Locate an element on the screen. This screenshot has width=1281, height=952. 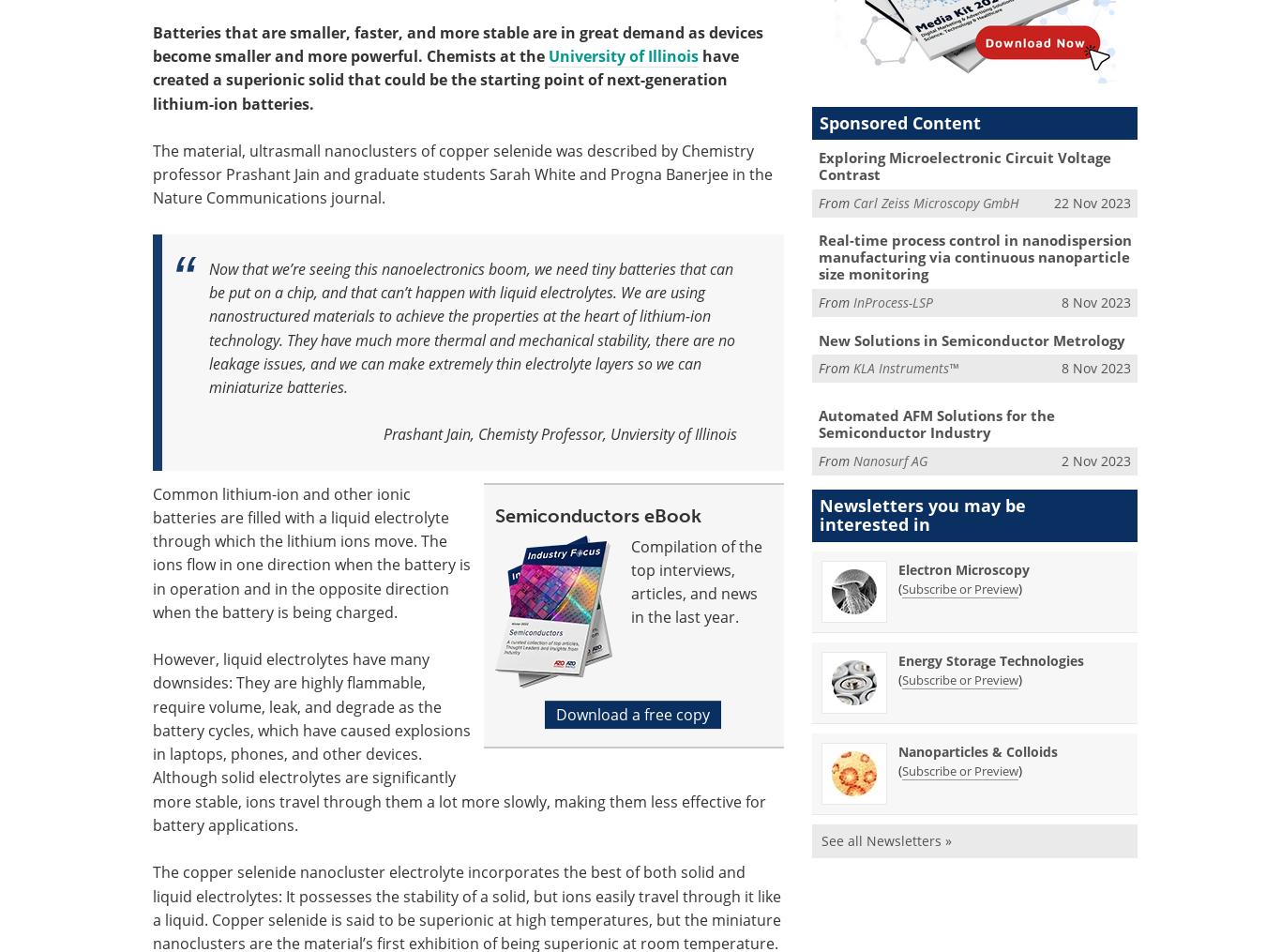
'Real-time process control in nanodispersion manufacturing via continuous nanoparticle size monitoring' is located at coordinates (972, 257).